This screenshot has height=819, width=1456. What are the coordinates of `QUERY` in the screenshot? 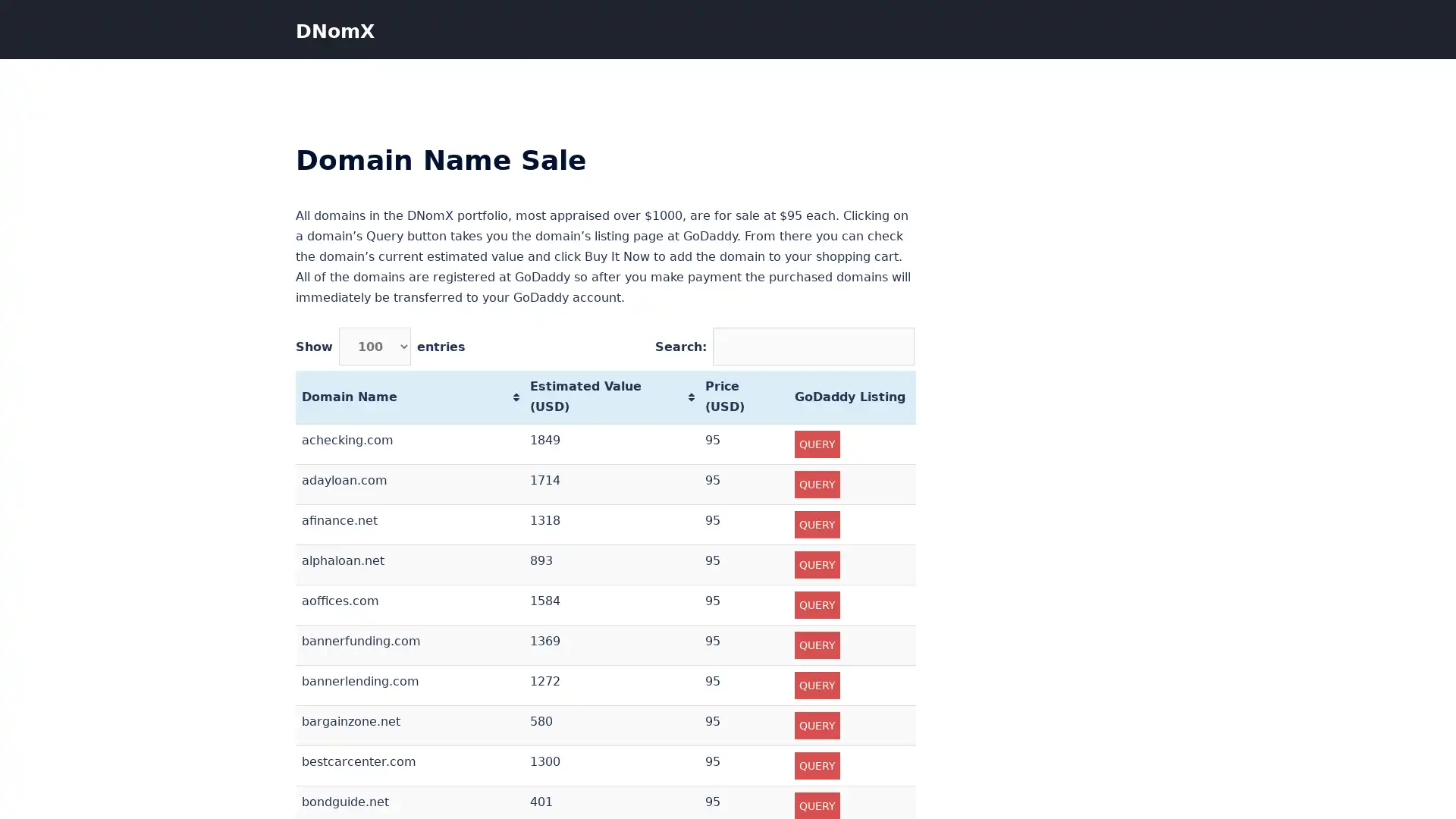 It's located at (815, 444).